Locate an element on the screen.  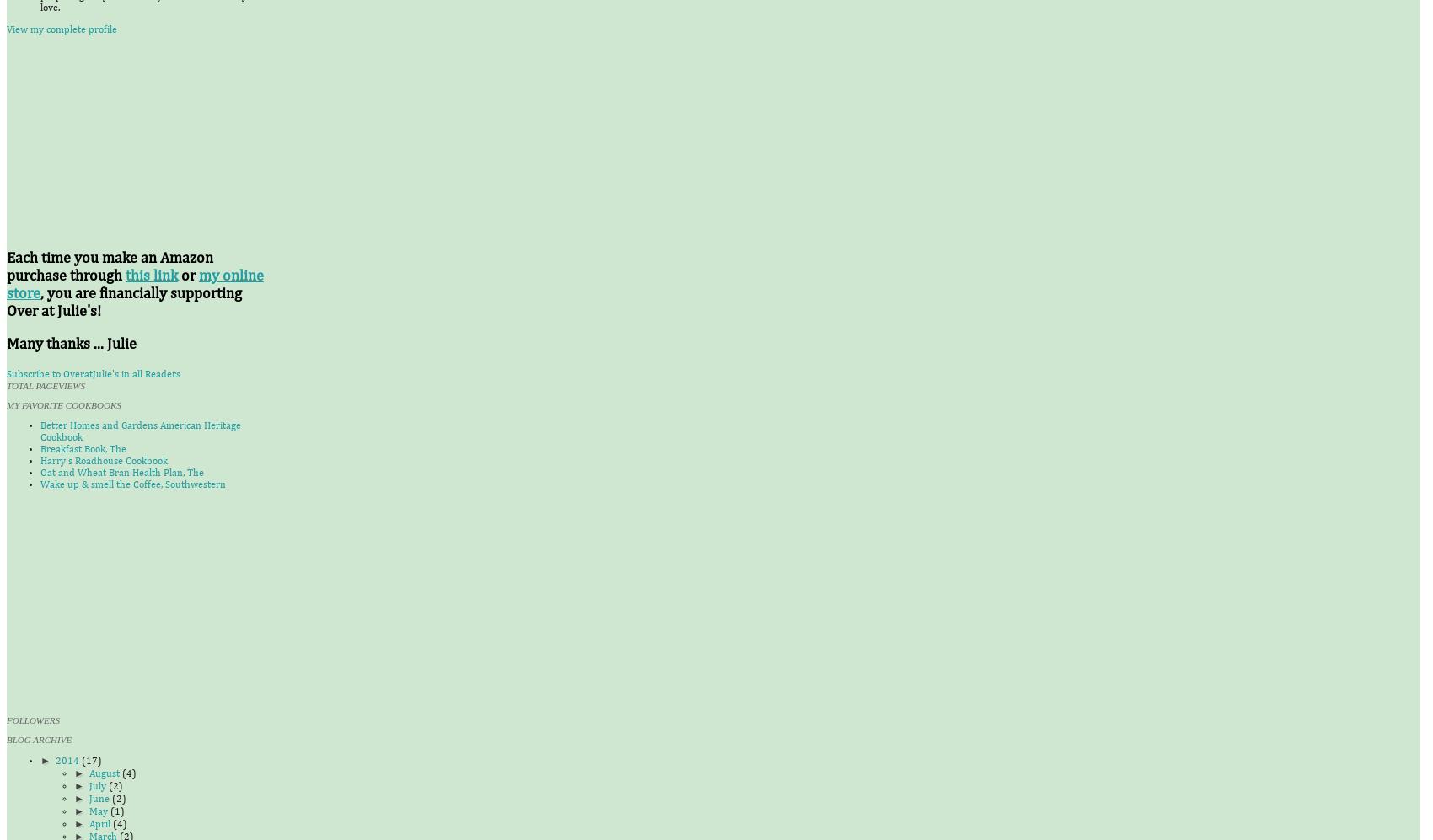
'Total Pageviews' is located at coordinates (46, 386).